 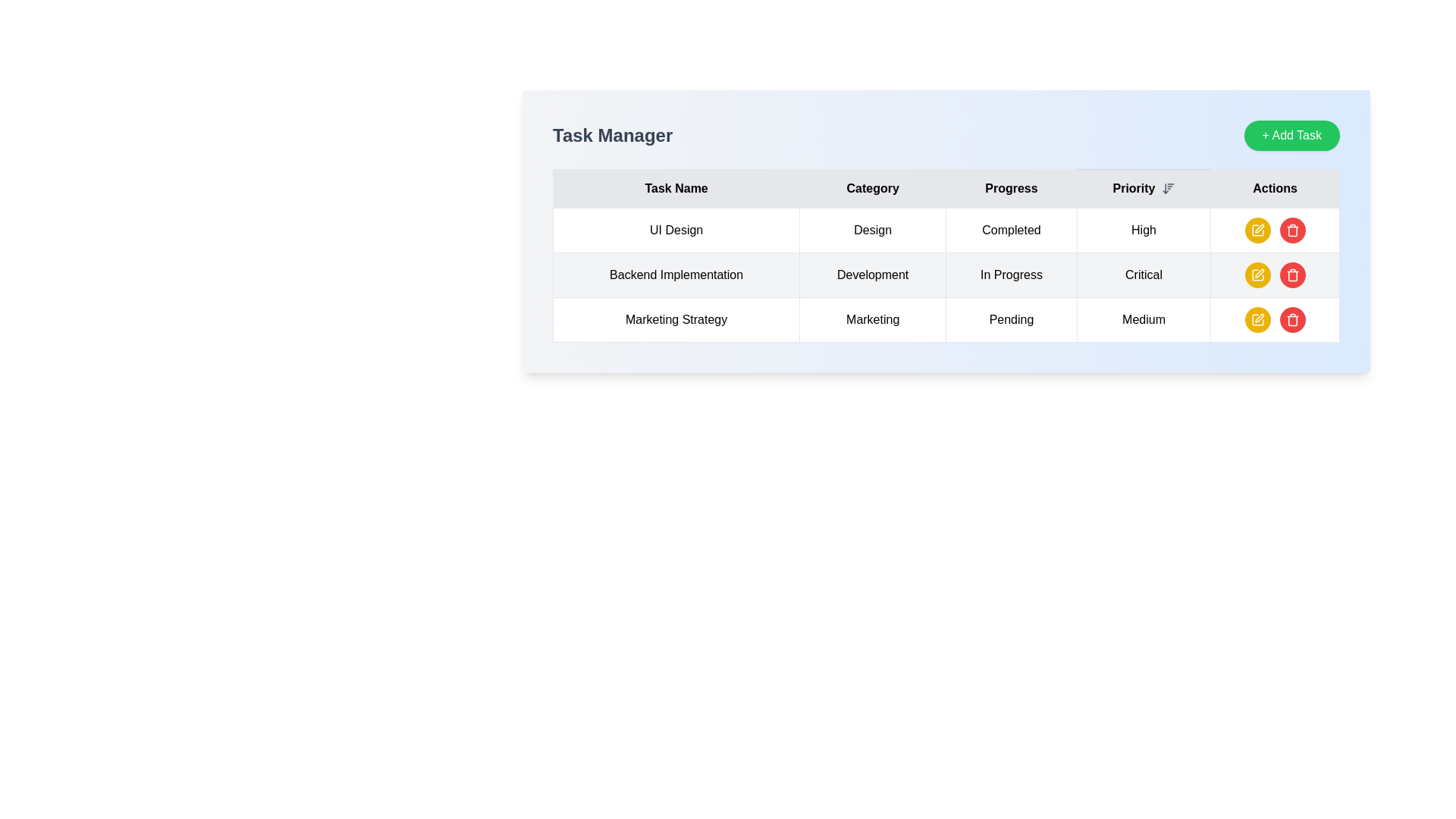 I want to click on the delete button for the 'Marketing Strategy' task, so click(x=1291, y=231).